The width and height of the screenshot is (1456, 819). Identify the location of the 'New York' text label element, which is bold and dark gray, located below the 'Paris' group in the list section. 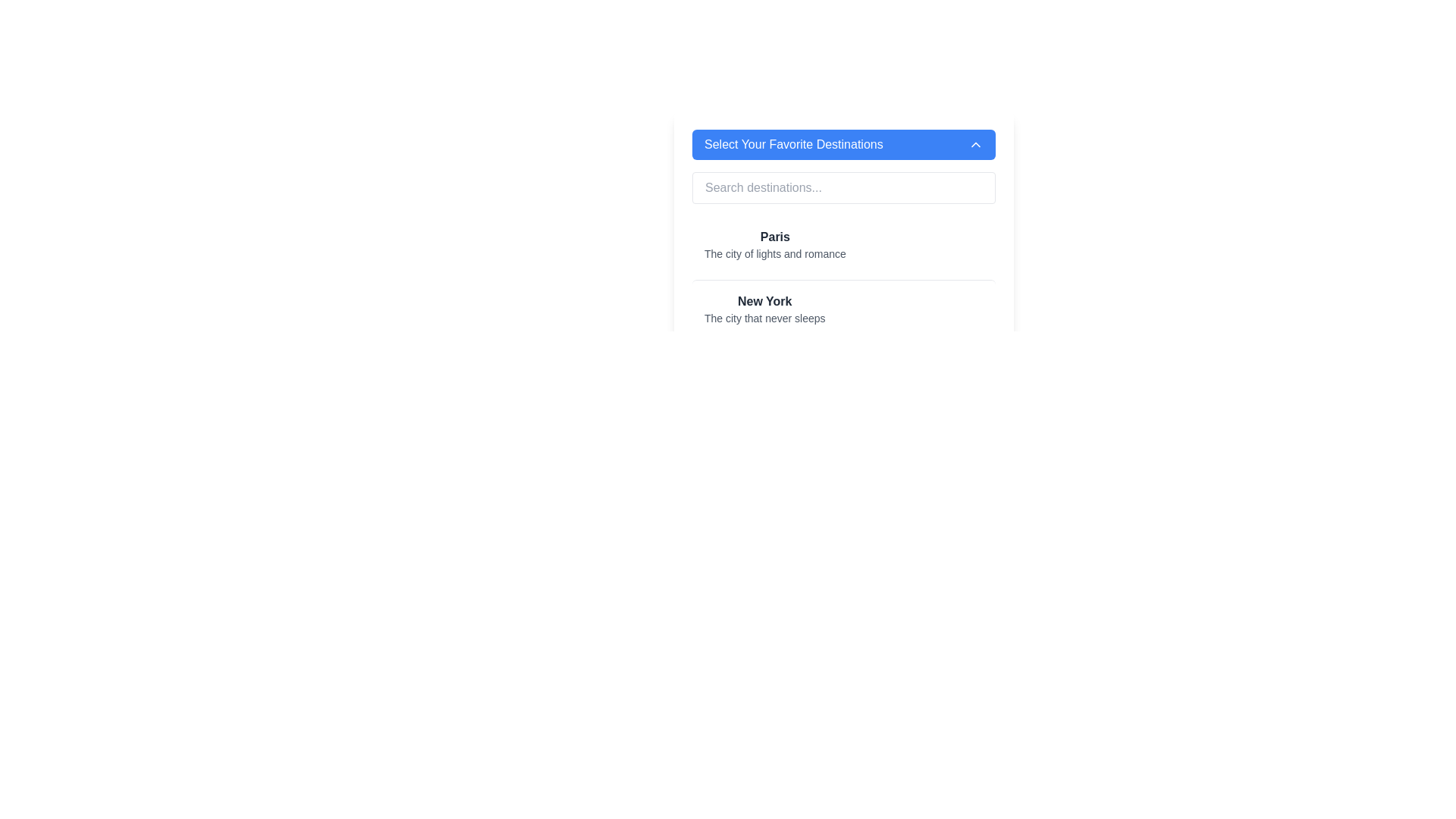
(764, 301).